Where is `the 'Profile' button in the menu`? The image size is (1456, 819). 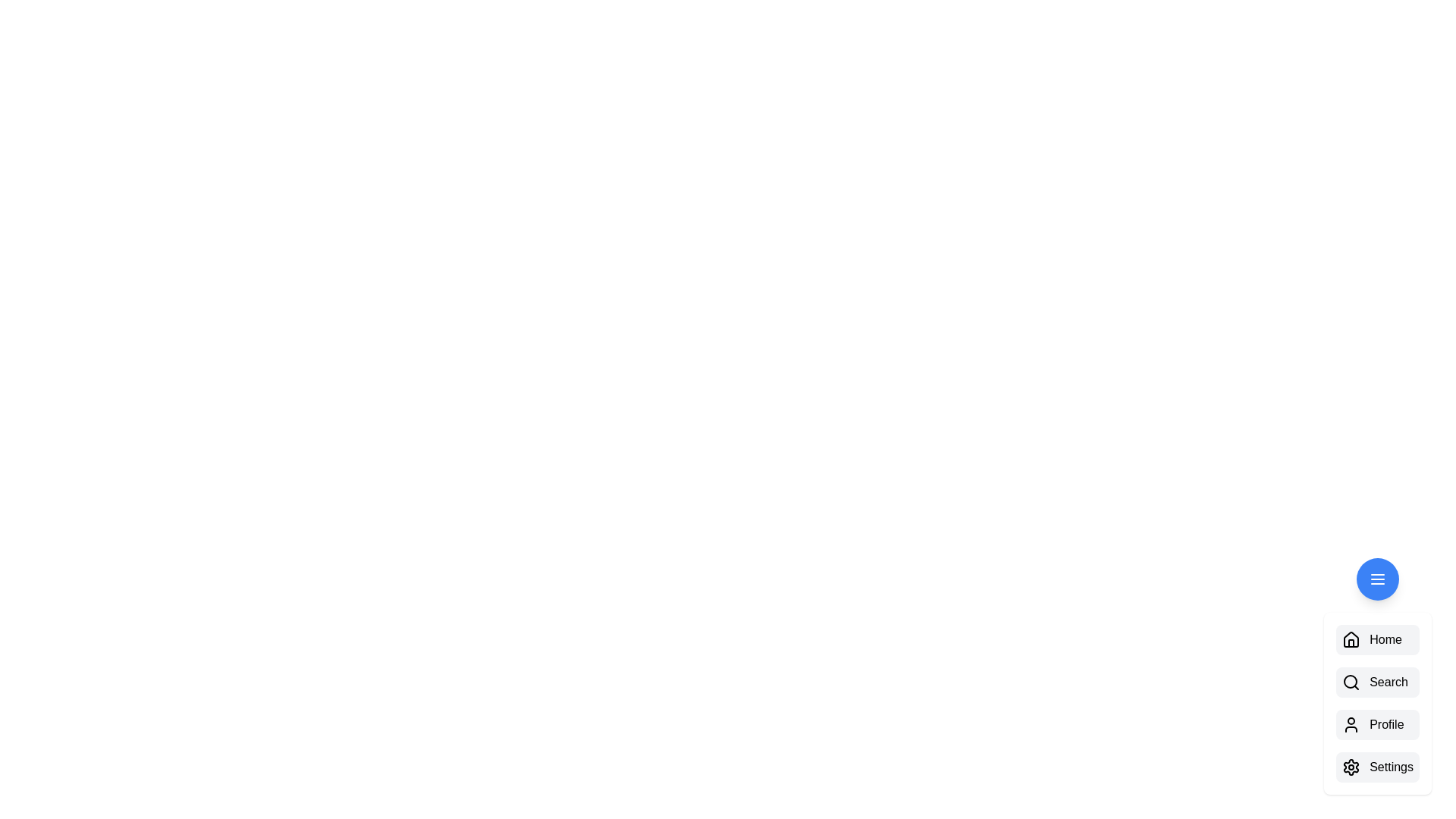 the 'Profile' button in the menu is located at coordinates (1378, 724).